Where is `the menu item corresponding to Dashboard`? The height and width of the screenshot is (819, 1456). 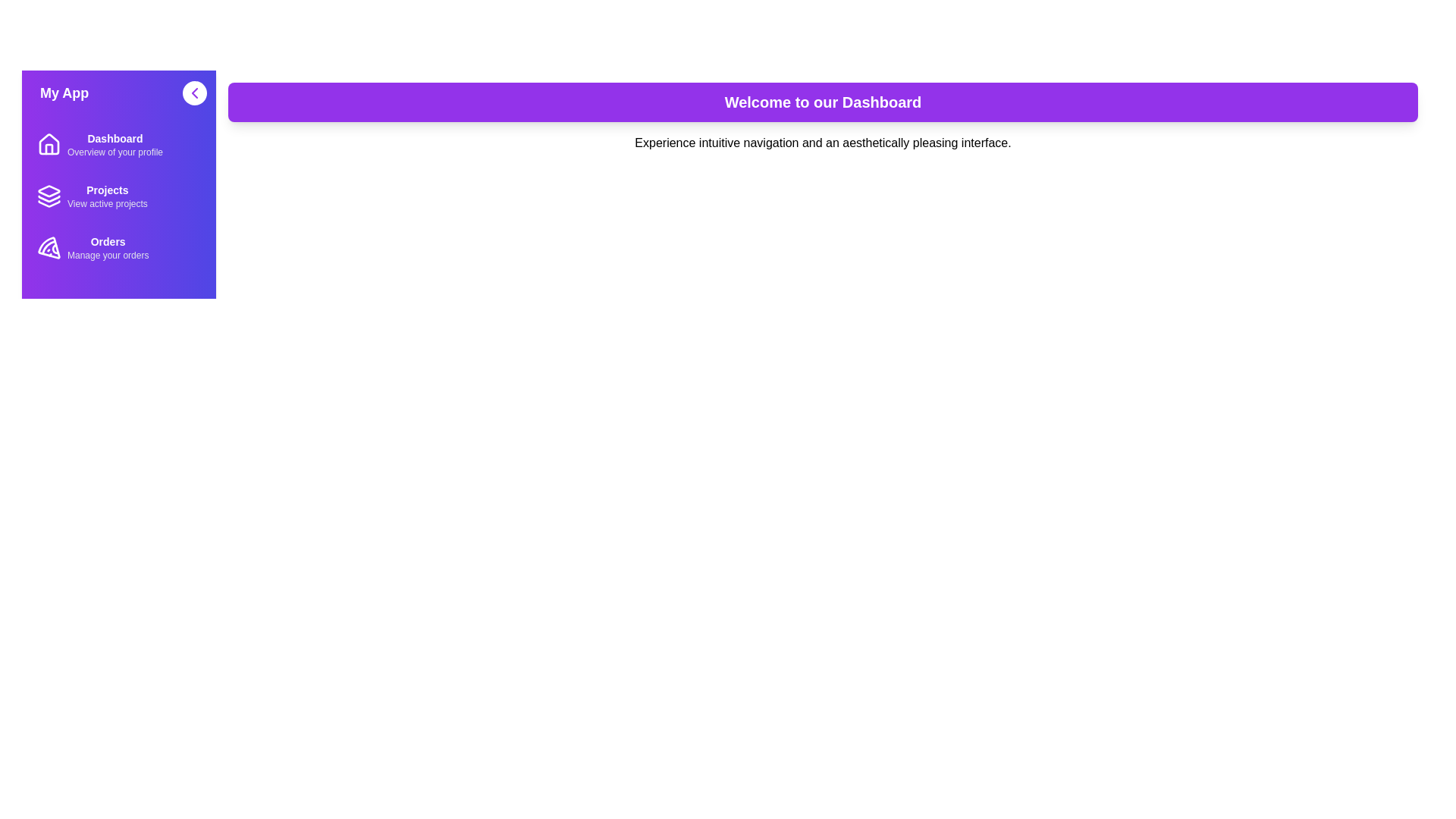
the menu item corresponding to Dashboard is located at coordinates (118, 145).